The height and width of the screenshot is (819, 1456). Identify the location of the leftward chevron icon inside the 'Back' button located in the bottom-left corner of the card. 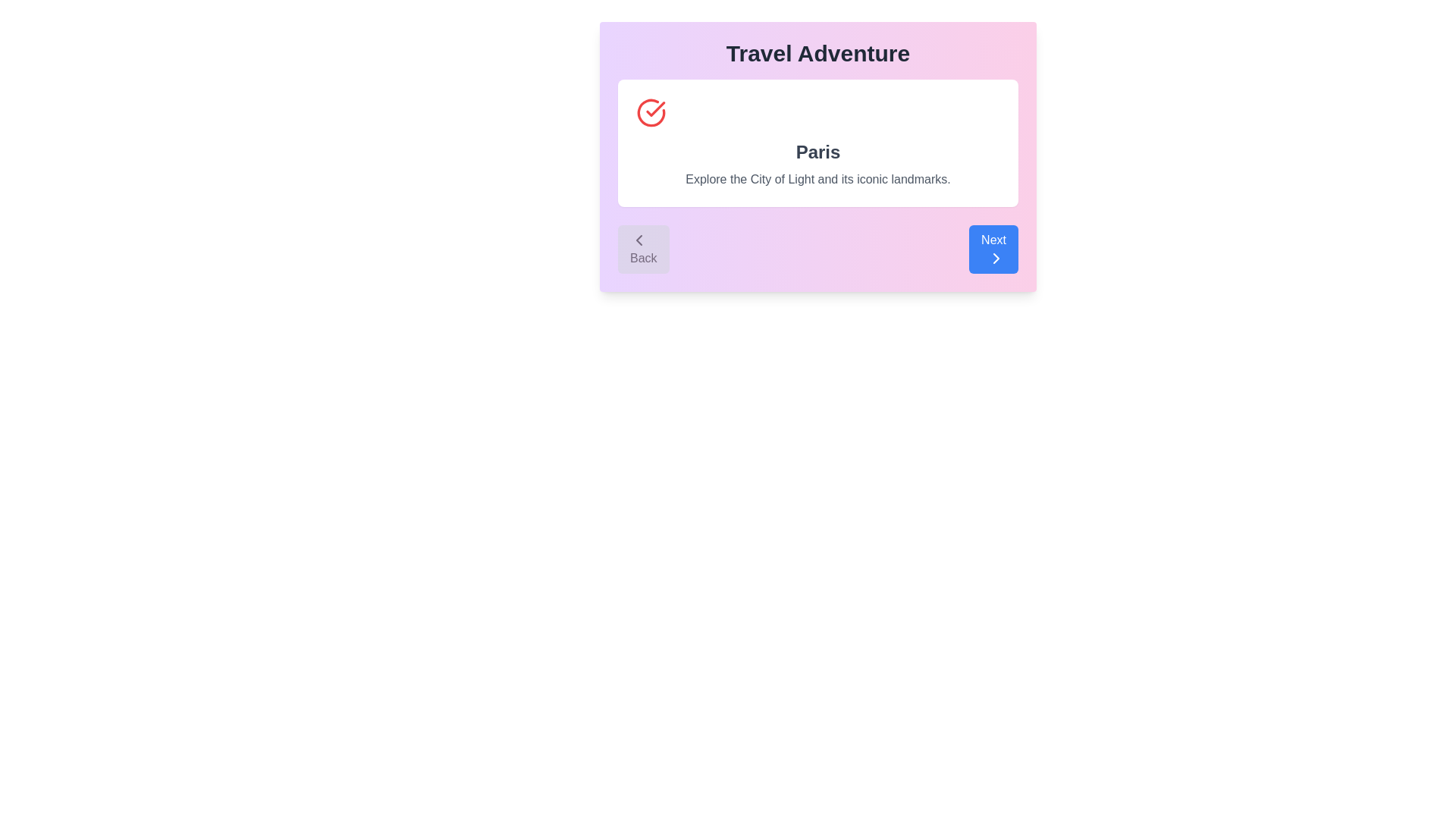
(639, 239).